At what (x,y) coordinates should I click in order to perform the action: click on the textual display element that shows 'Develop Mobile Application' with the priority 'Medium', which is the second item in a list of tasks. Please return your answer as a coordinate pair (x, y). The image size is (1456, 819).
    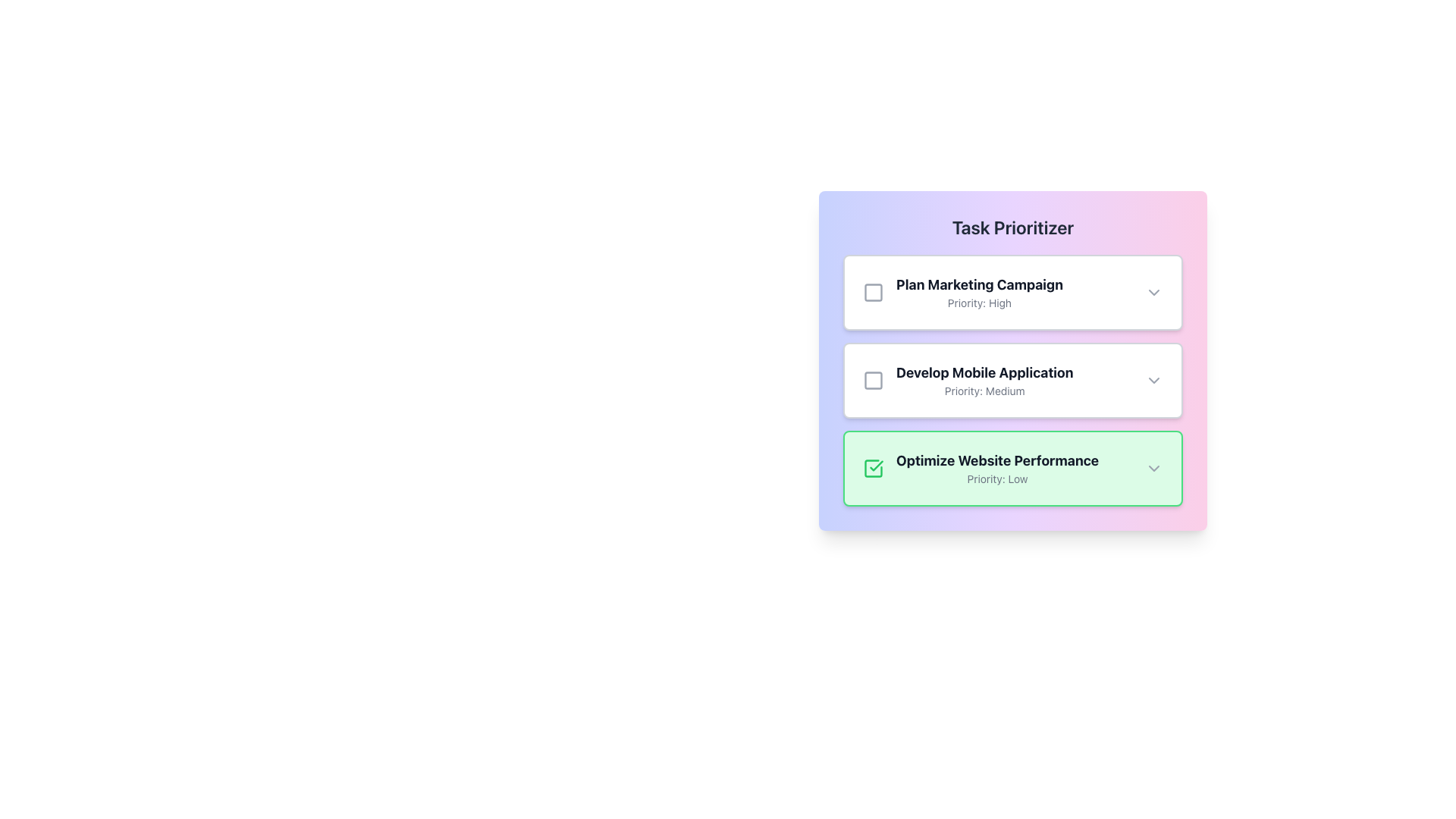
    Looking at the image, I should click on (984, 379).